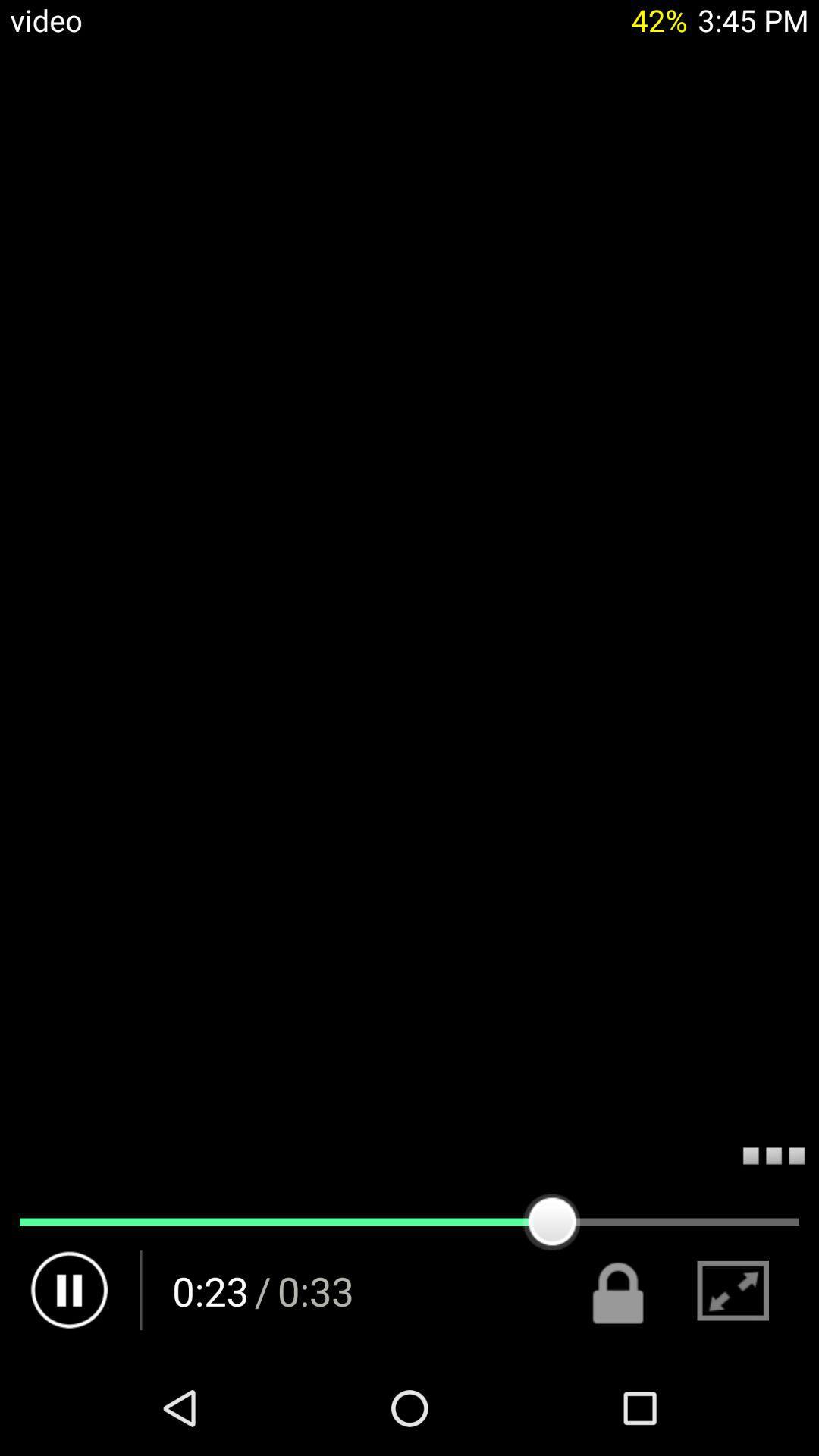 Image resolution: width=819 pixels, height=1456 pixels. What do you see at coordinates (619, 1381) in the screenshot?
I see `the lock icon` at bounding box center [619, 1381].